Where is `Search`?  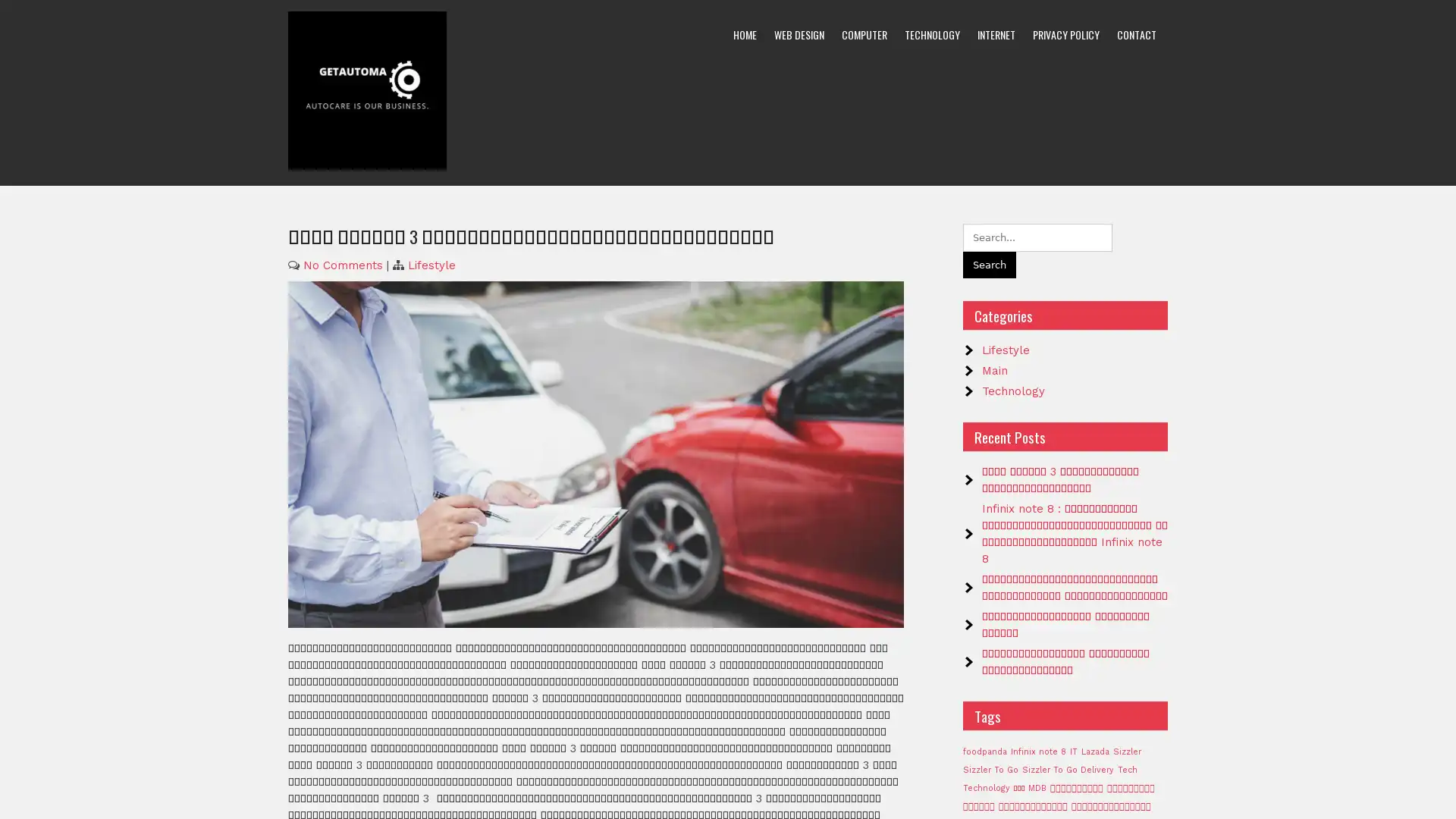
Search is located at coordinates (990, 263).